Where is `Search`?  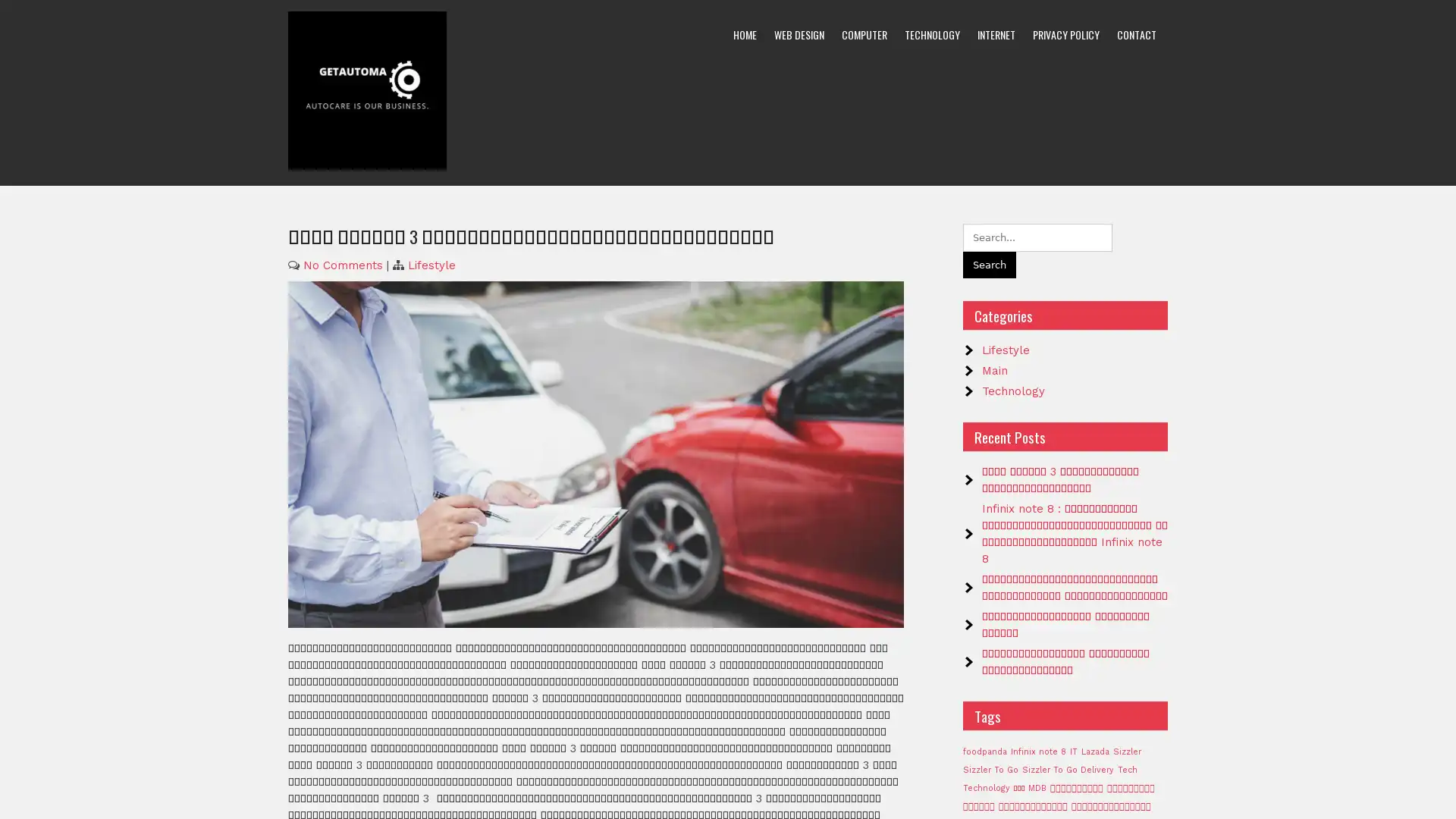
Search is located at coordinates (990, 263).